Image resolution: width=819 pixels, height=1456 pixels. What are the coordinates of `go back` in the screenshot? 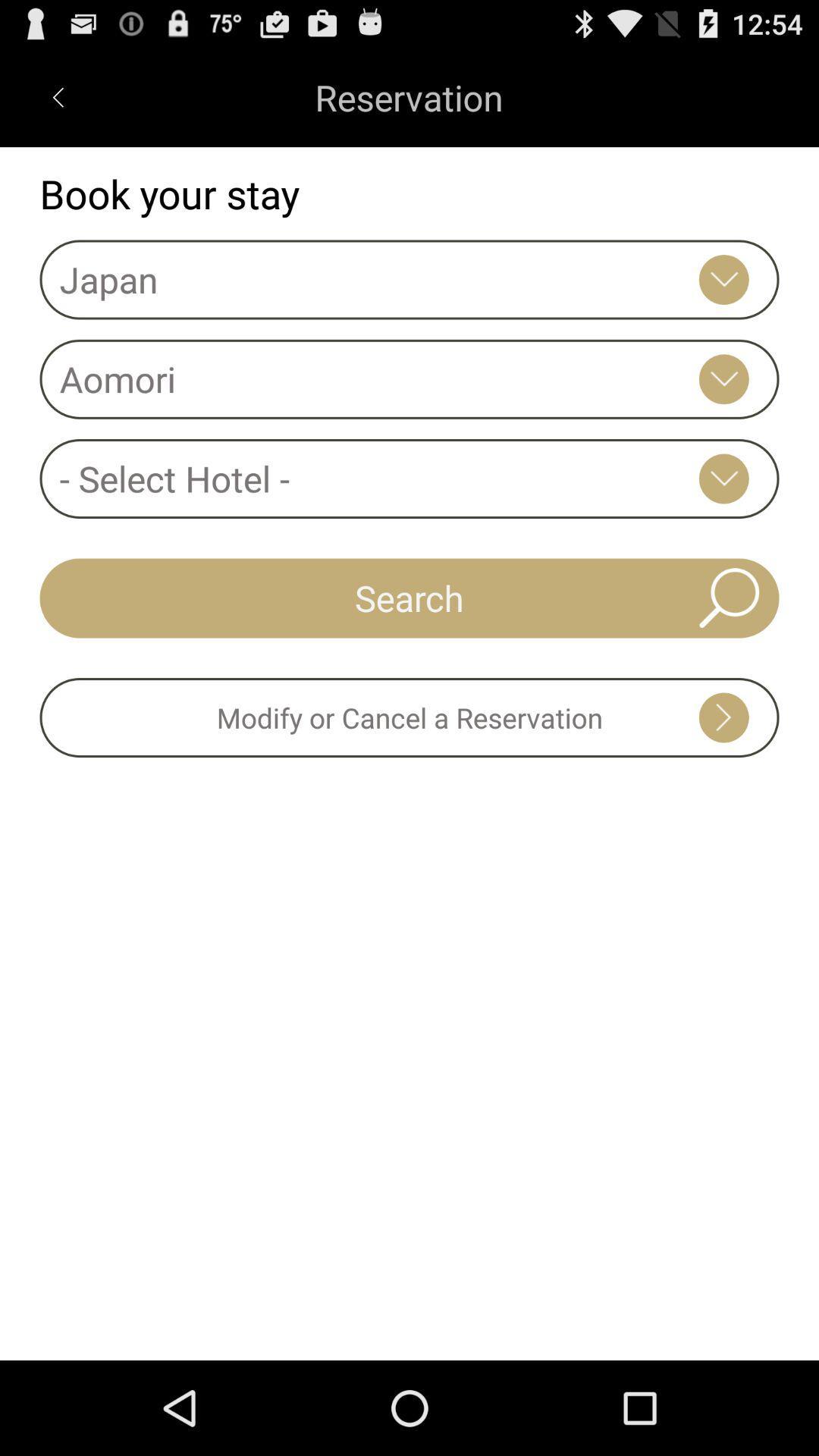 It's located at (57, 96).